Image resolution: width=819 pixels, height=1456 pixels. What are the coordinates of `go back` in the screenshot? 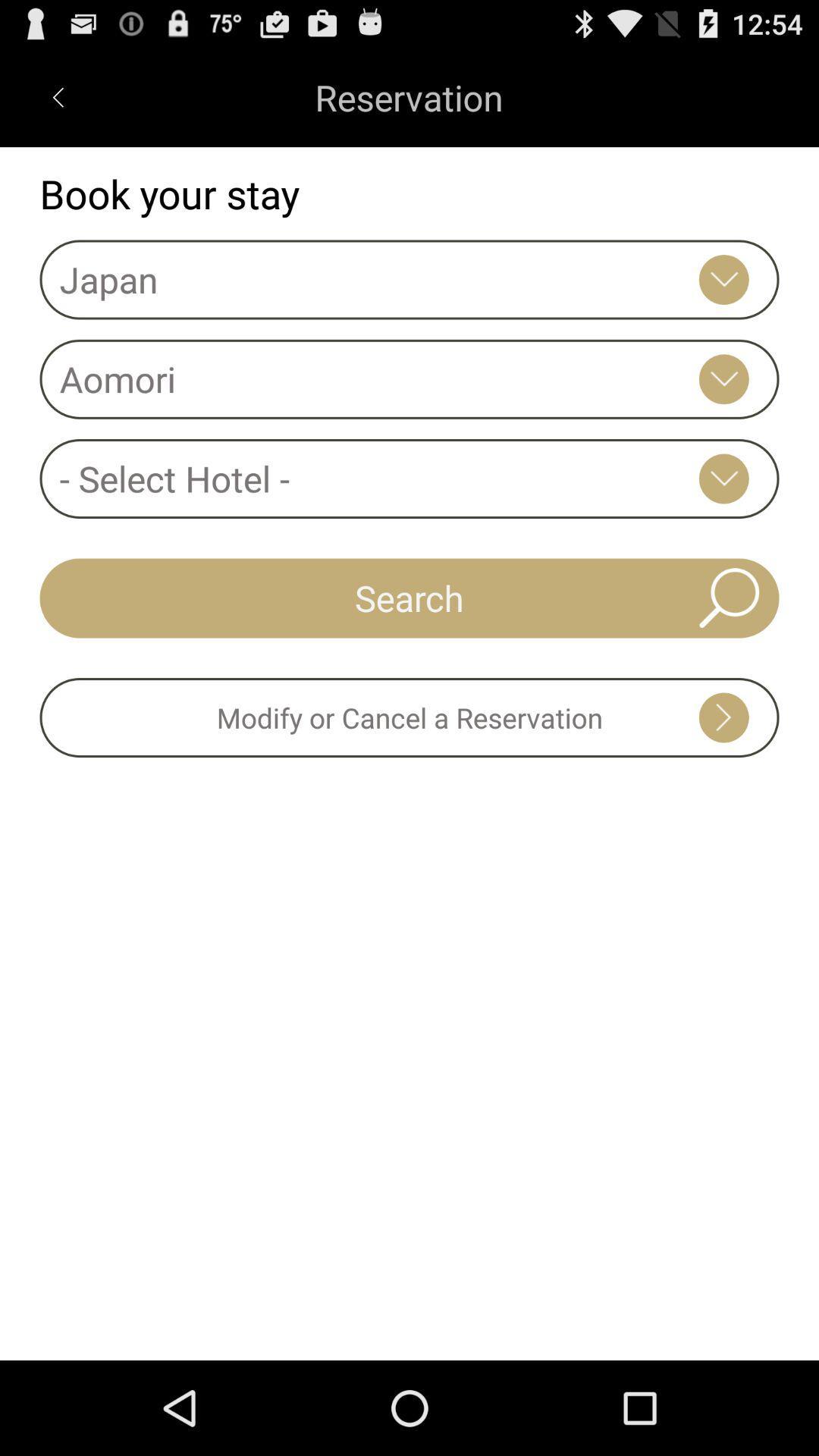 It's located at (57, 96).